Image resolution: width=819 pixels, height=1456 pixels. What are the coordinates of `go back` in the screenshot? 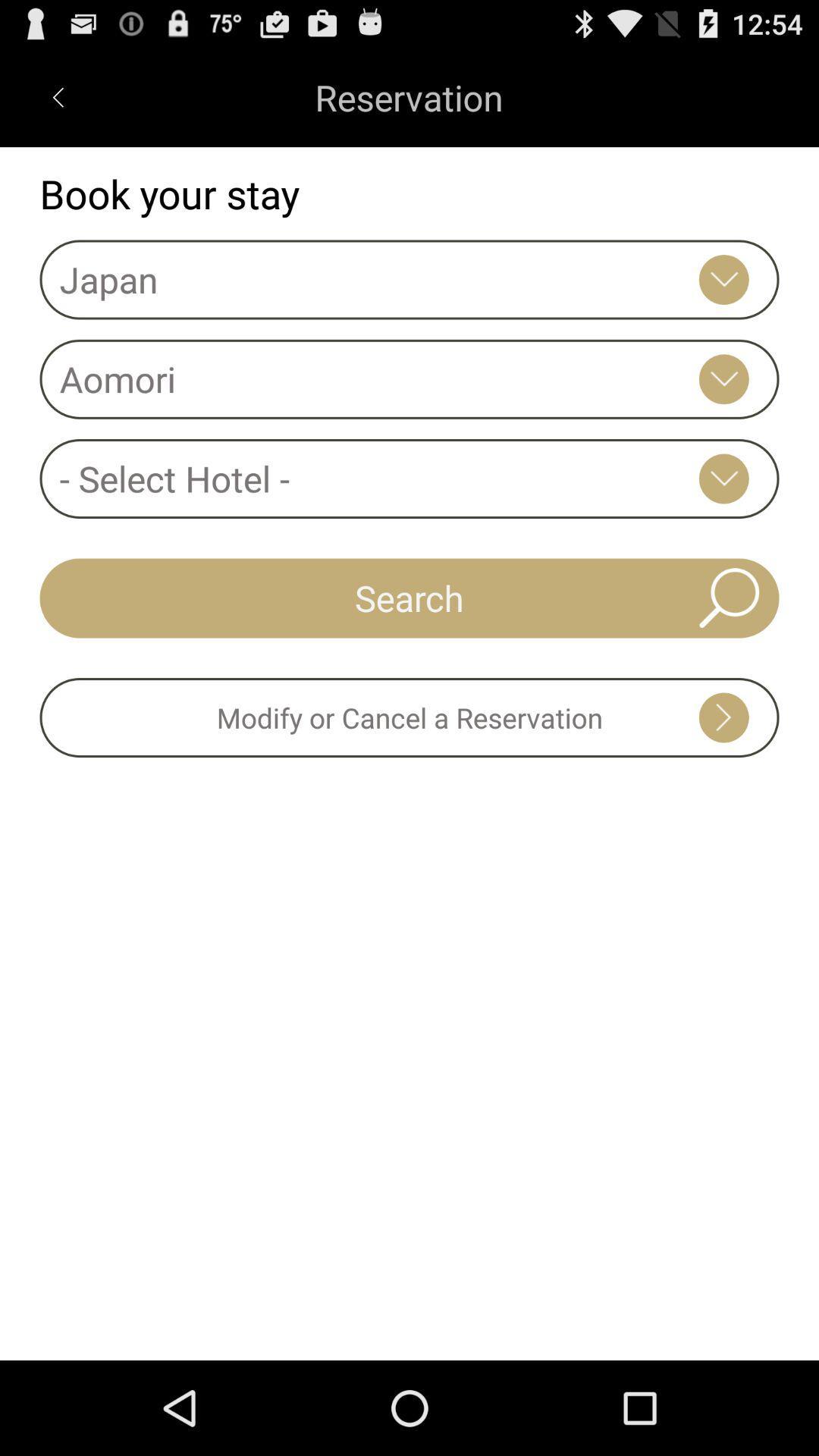 It's located at (57, 96).